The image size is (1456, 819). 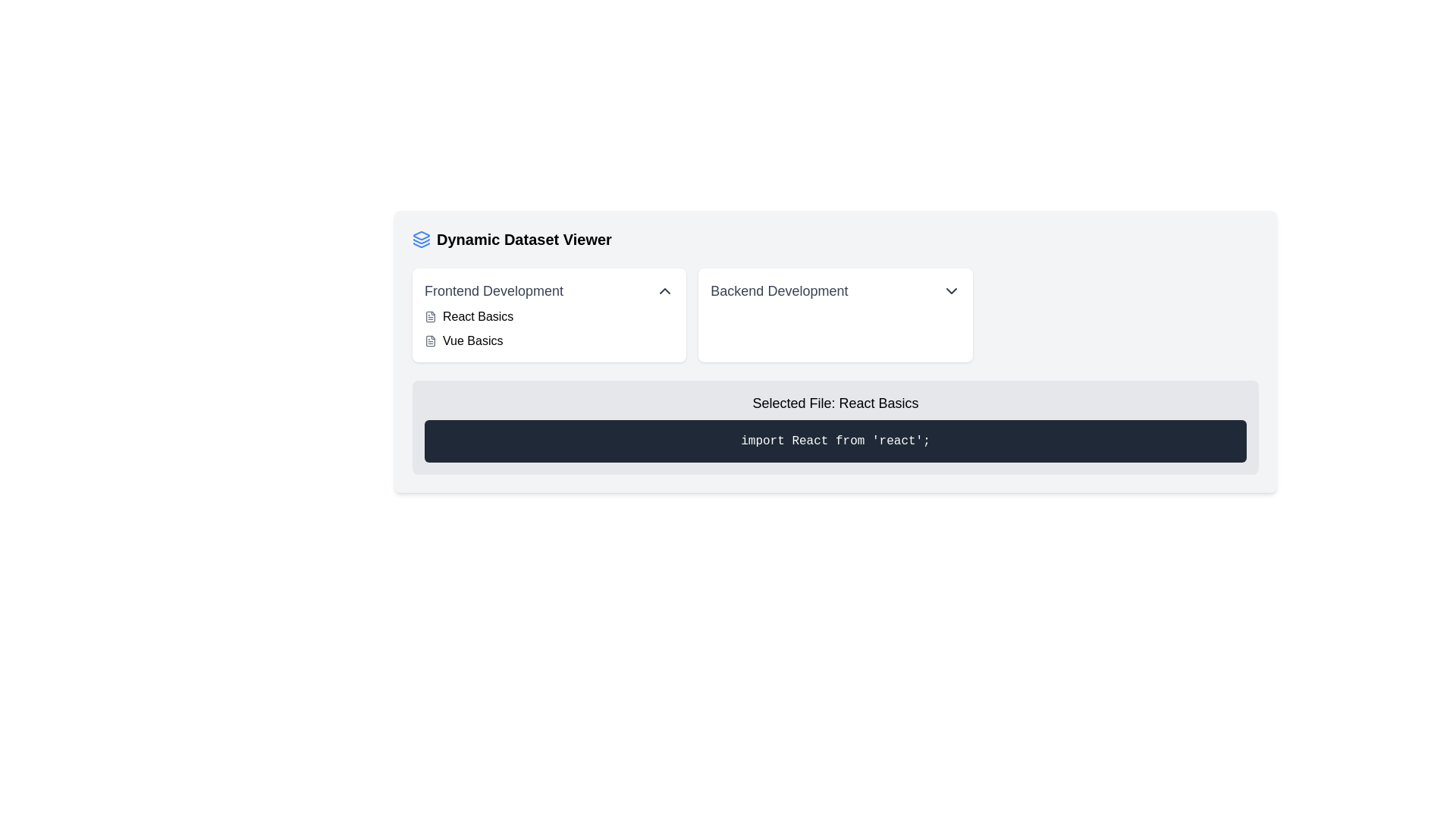 What do you see at coordinates (477, 315) in the screenshot?
I see `the text label displaying 'React Basics', which is styled in sans-serif typography and is located to the right of a text document icon under the 'Frontend Development' section` at bounding box center [477, 315].